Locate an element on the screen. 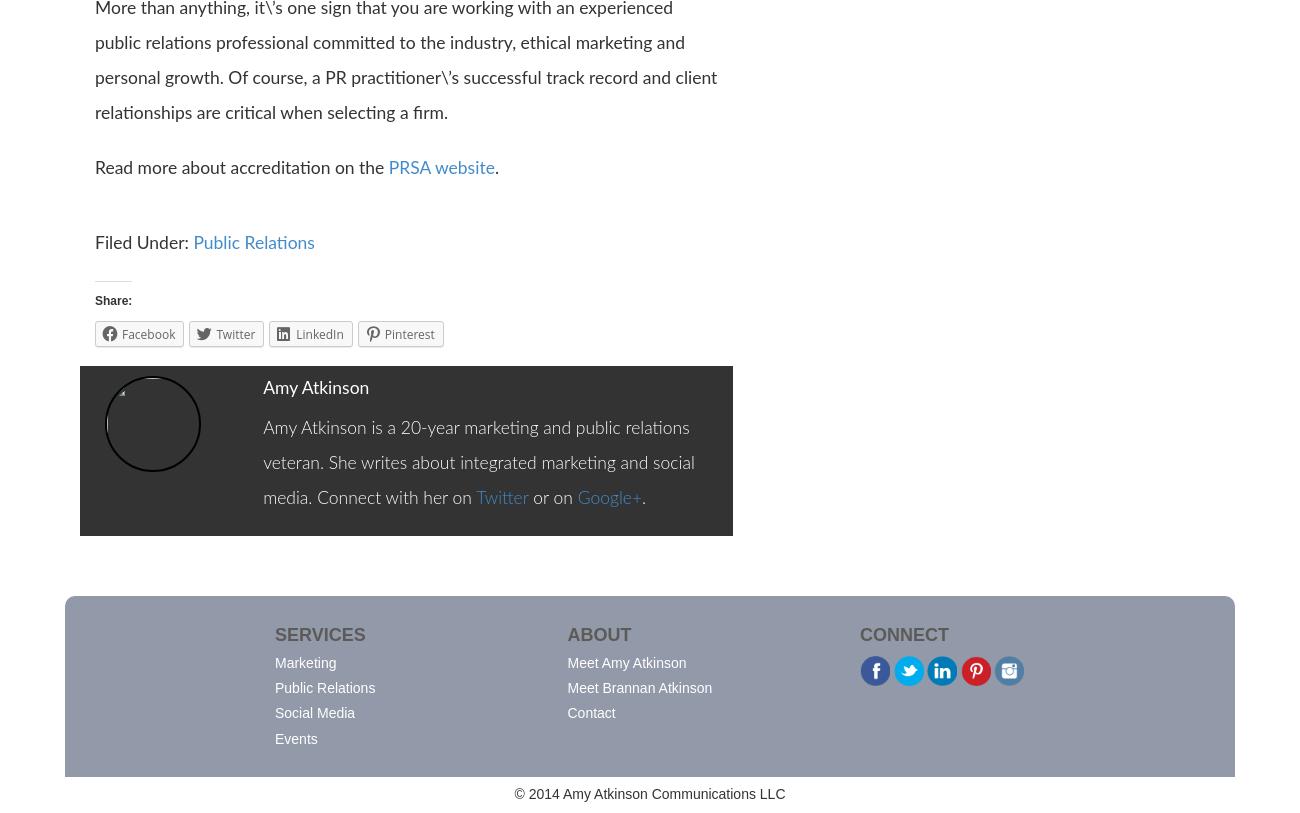 The height and width of the screenshot is (813, 1300). '© 2014 Amy Atkinson Communications LLC' is located at coordinates (649, 793).